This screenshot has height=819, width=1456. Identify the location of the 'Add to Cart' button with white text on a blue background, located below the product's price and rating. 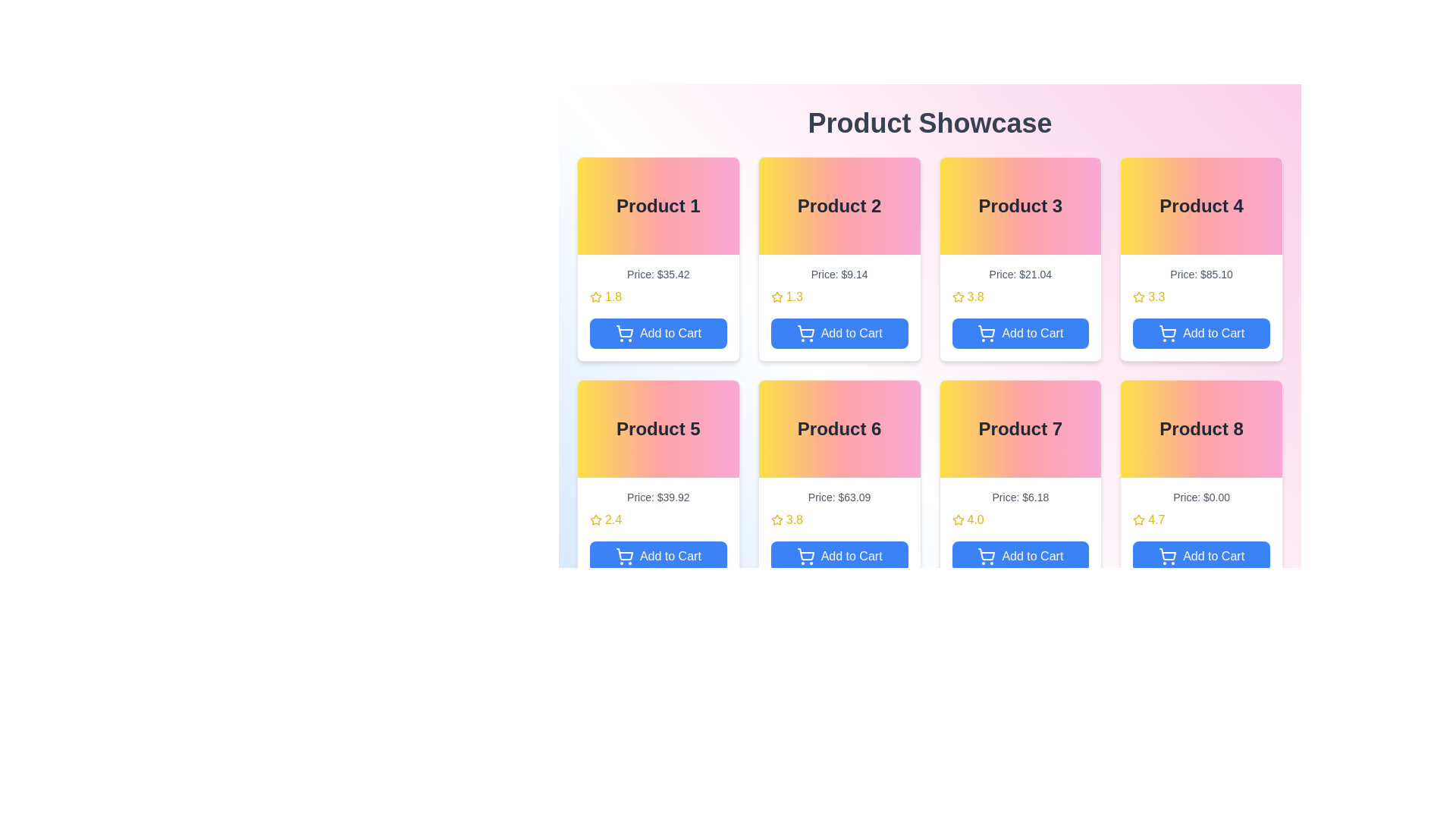
(1020, 332).